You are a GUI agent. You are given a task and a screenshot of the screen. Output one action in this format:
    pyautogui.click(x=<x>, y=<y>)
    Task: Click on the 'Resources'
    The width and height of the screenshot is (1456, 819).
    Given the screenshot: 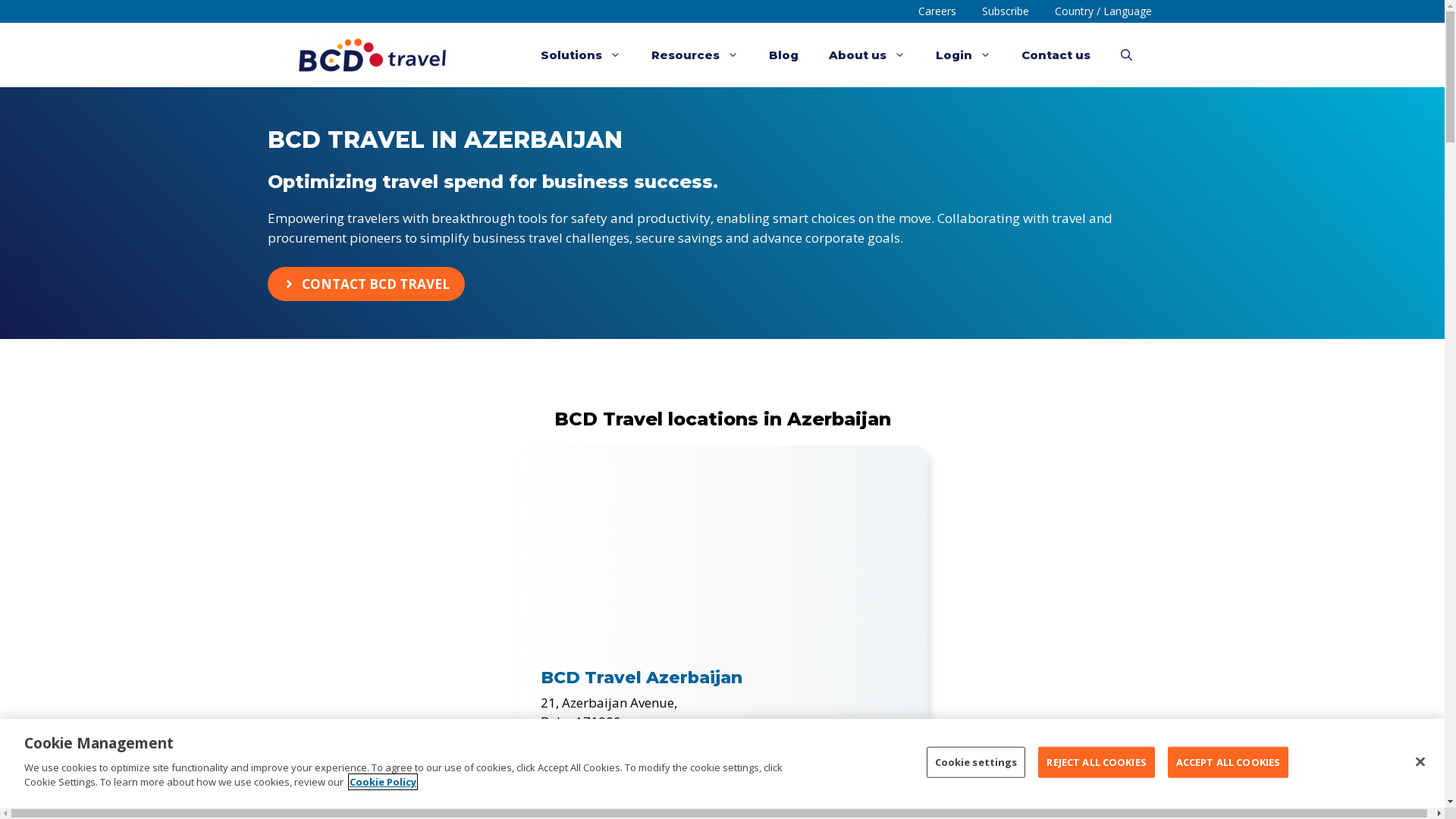 What is the action you would take?
    pyautogui.click(x=693, y=54)
    